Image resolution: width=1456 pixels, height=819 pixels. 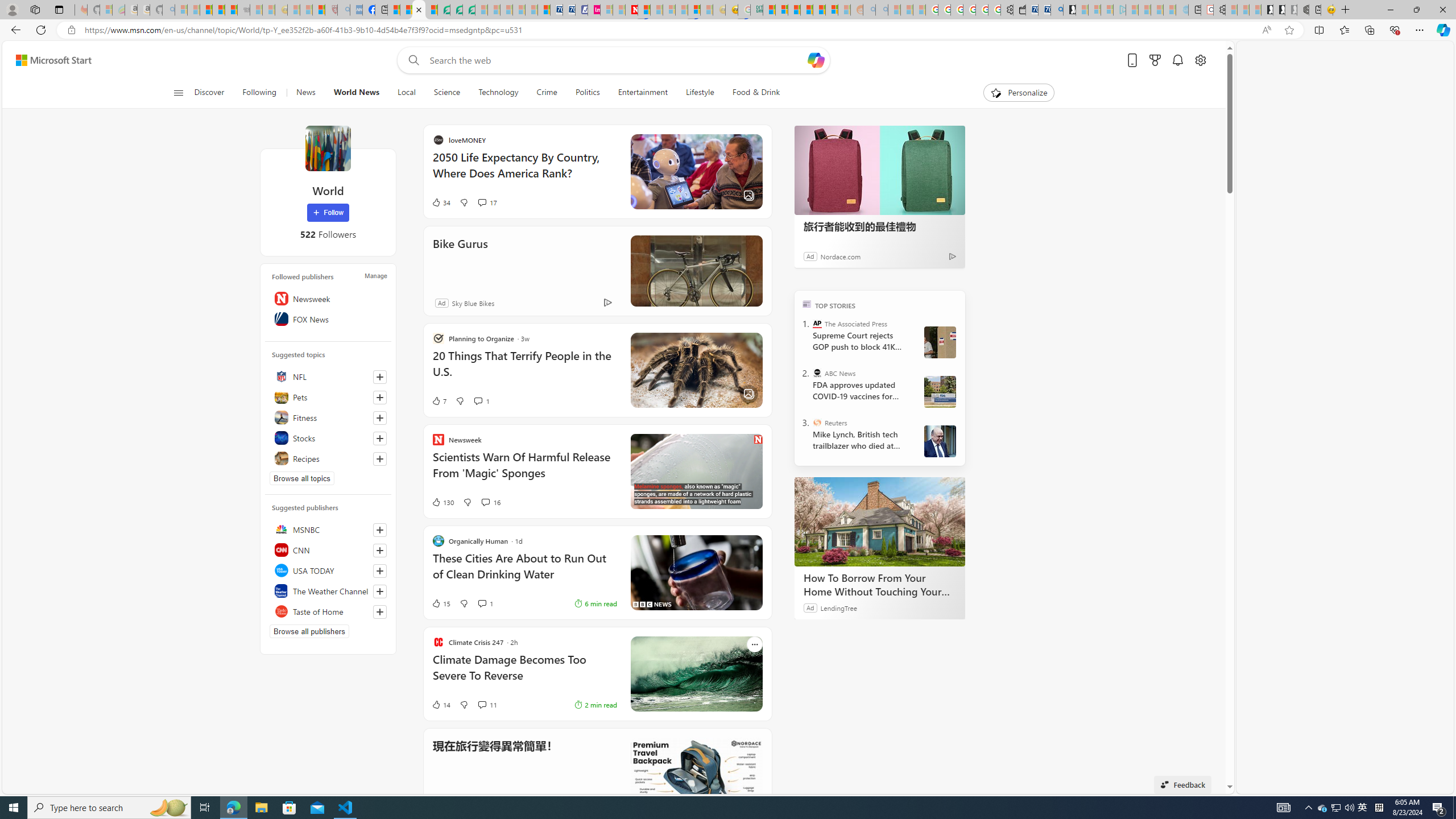 What do you see at coordinates (593, 9) in the screenshot?
I see `'Jobs - lastminute.com Investor Portal'` at bounding box center [593, 9].